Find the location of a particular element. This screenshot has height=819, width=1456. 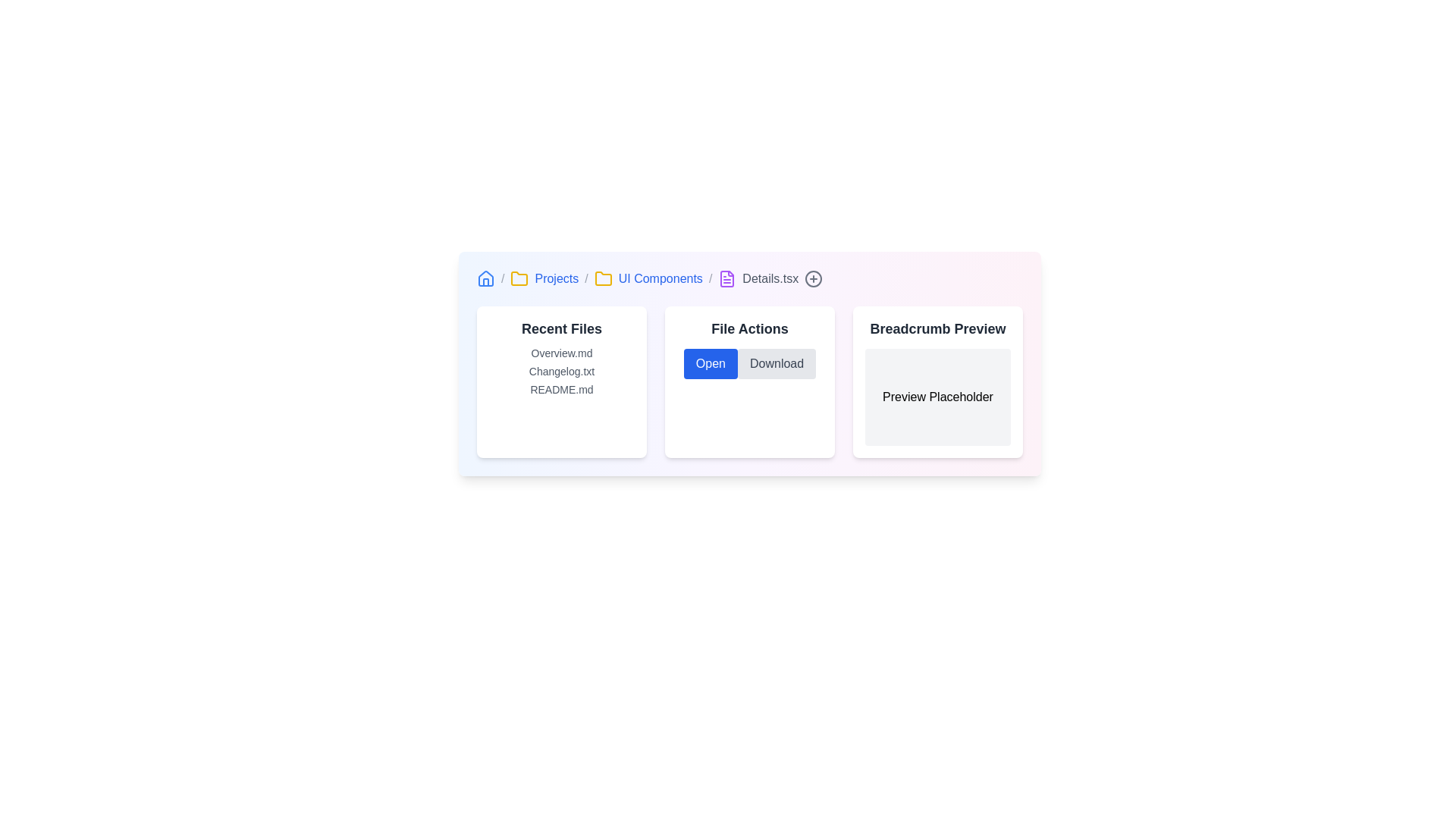

the gray forward slash ('/') character in the breadcrumb navigation bar that separates 'Projects' and 'UI Components' is located at coordinates (585, 278).